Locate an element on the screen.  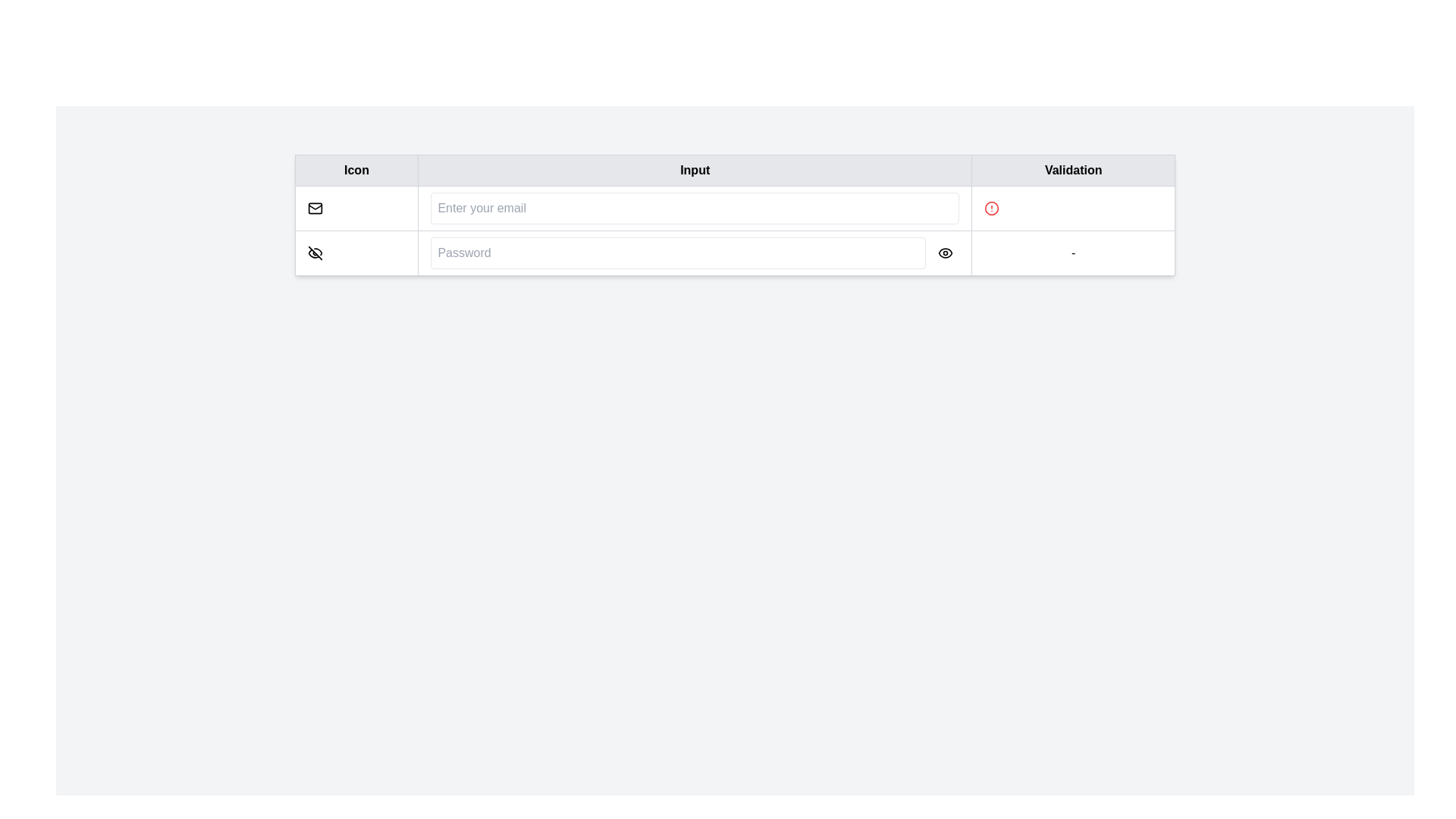
the diagonal slash icon resembling an eye with a line crossing it, located in the second row under the 'Icon' column of the table layout is located at coordinates (314, 253).